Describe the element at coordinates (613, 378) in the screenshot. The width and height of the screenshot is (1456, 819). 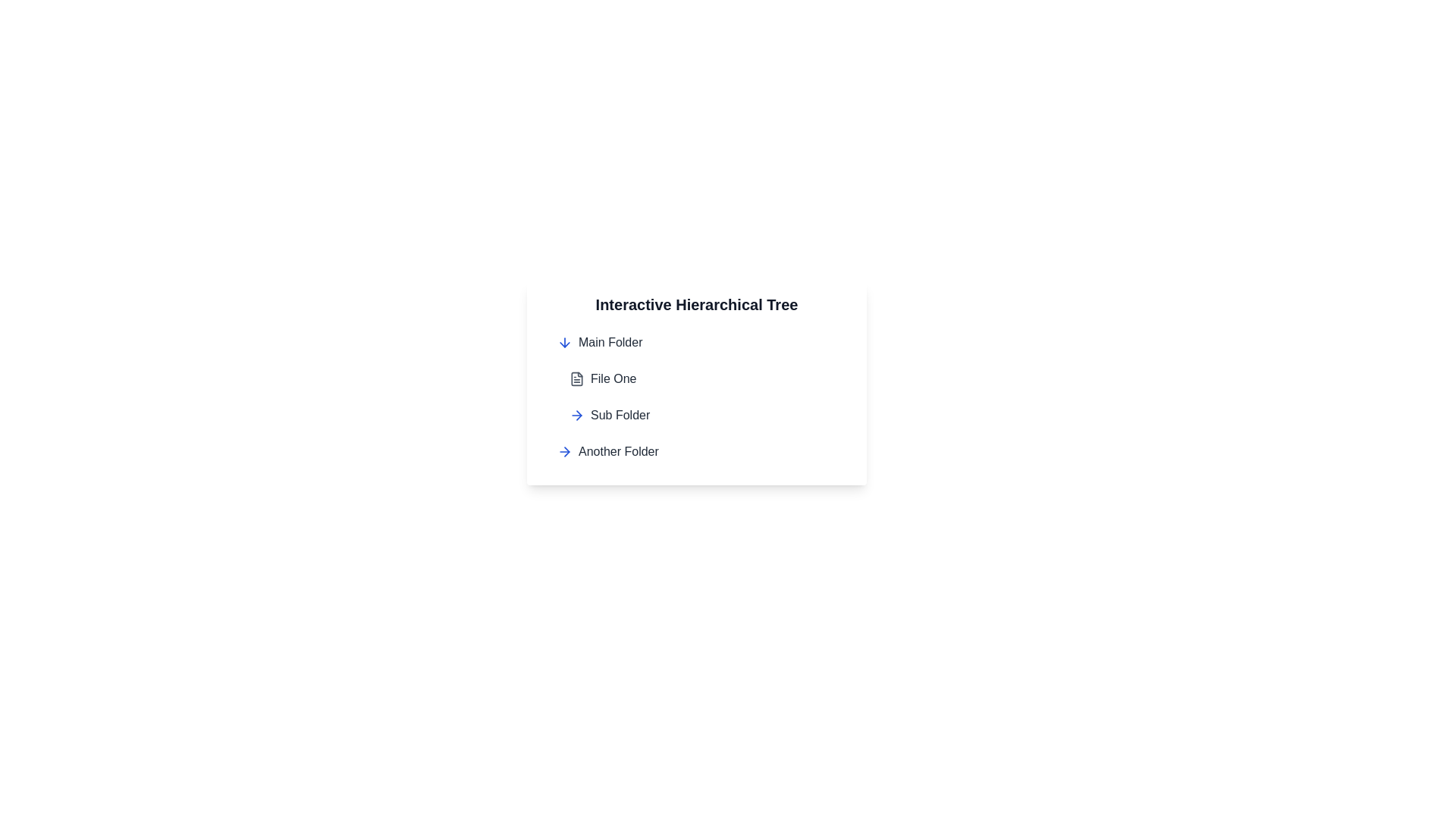
I see `text of the 'File One' label, which is styled in gray font and is positioned second from the top in a hierarchical tree structure under 'Main Folder'` at that location.